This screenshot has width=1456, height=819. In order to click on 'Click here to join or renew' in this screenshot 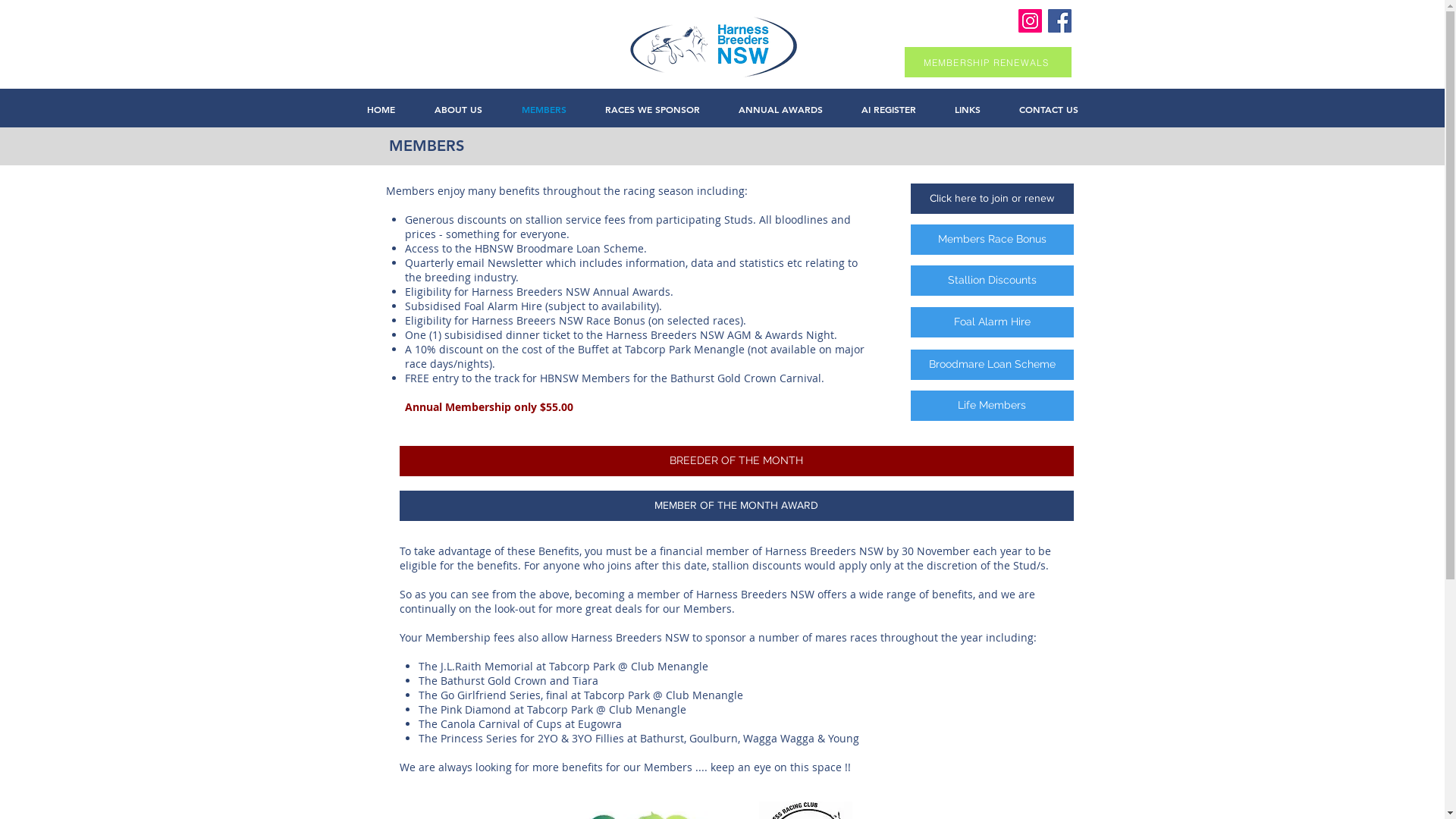, I will do `click(991, 198)`.